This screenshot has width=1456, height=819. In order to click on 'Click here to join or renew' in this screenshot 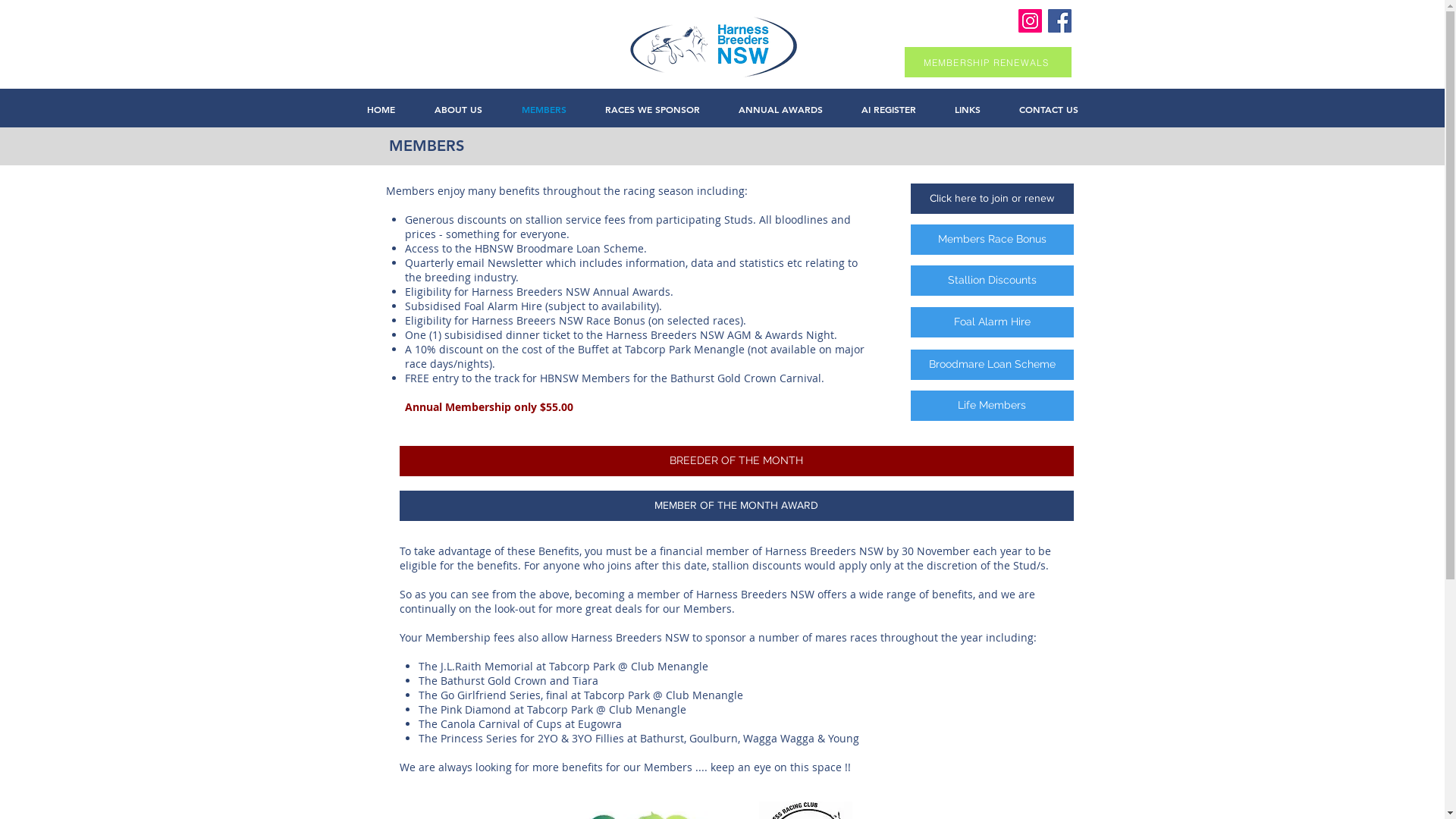, I will do `click(991, 198)`.